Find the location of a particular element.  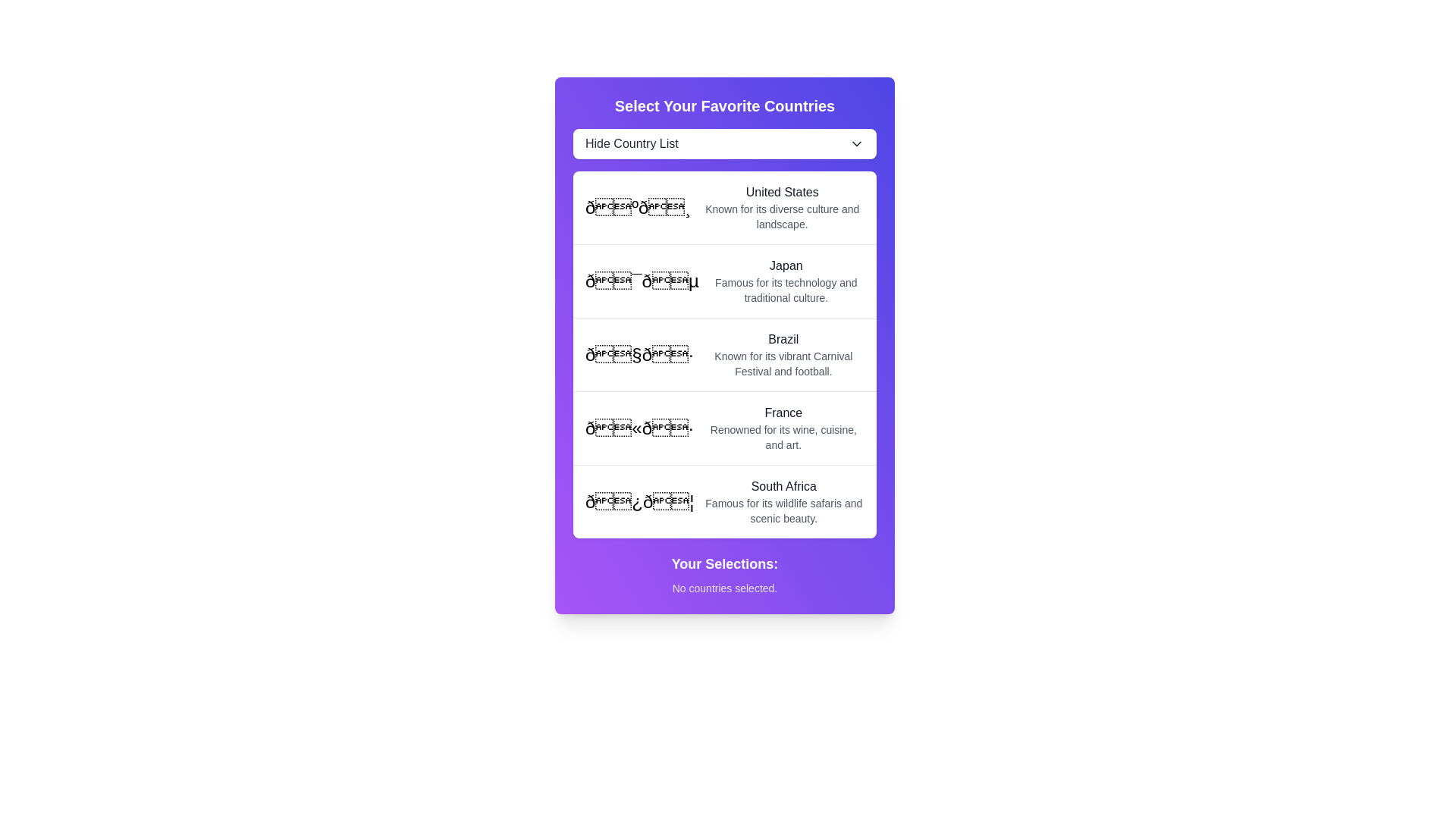

the emoji representation of the country's flag, which is styled in a large font size and located on the left side of the Japan item entry is located at coordinates (642, 281).